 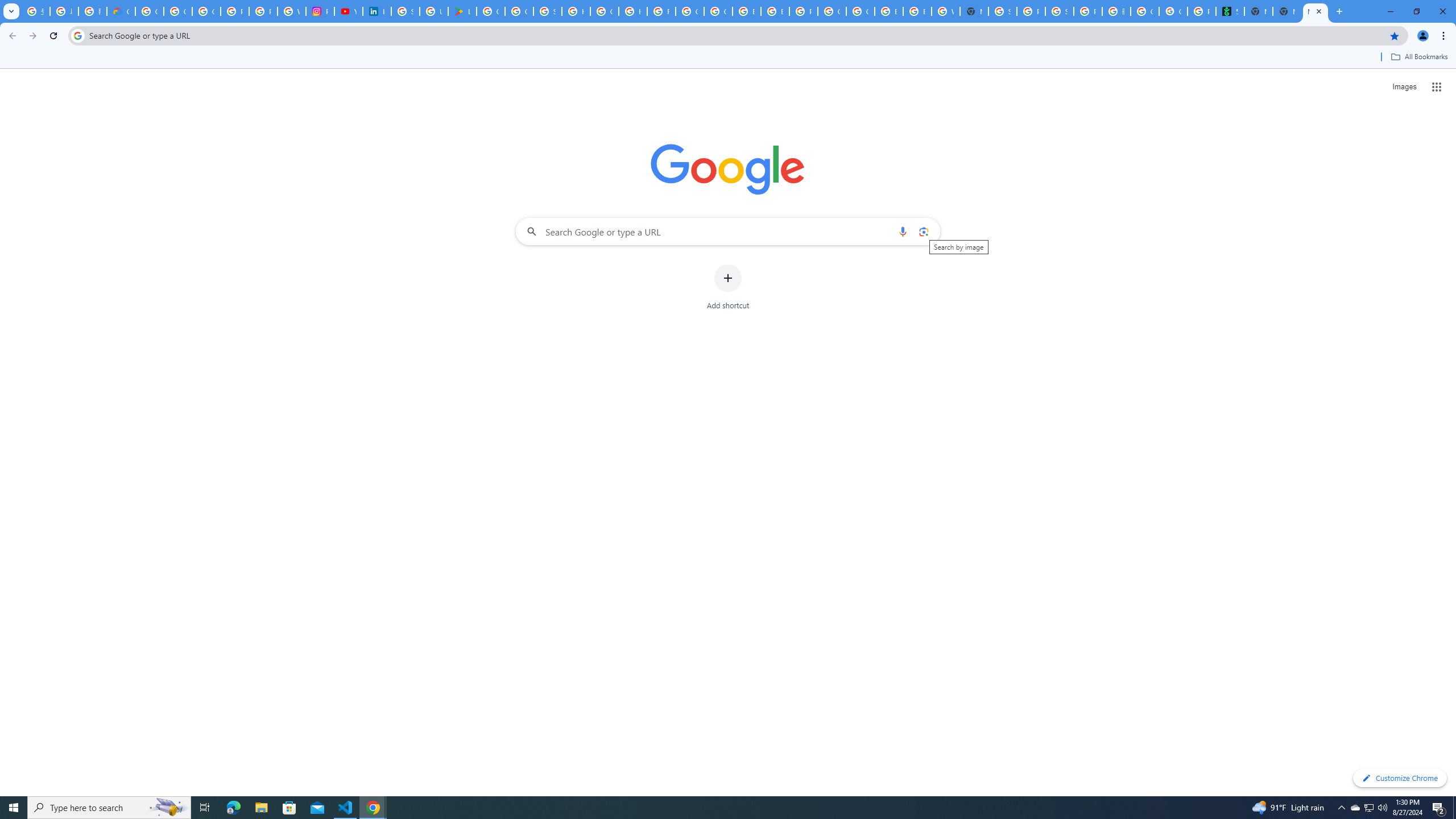 What do you see at coordinates (377, 11) in the screenshot?
I see `'Identity verification via Persona | LinkedIn Help'` at bounding box center [377, 11].